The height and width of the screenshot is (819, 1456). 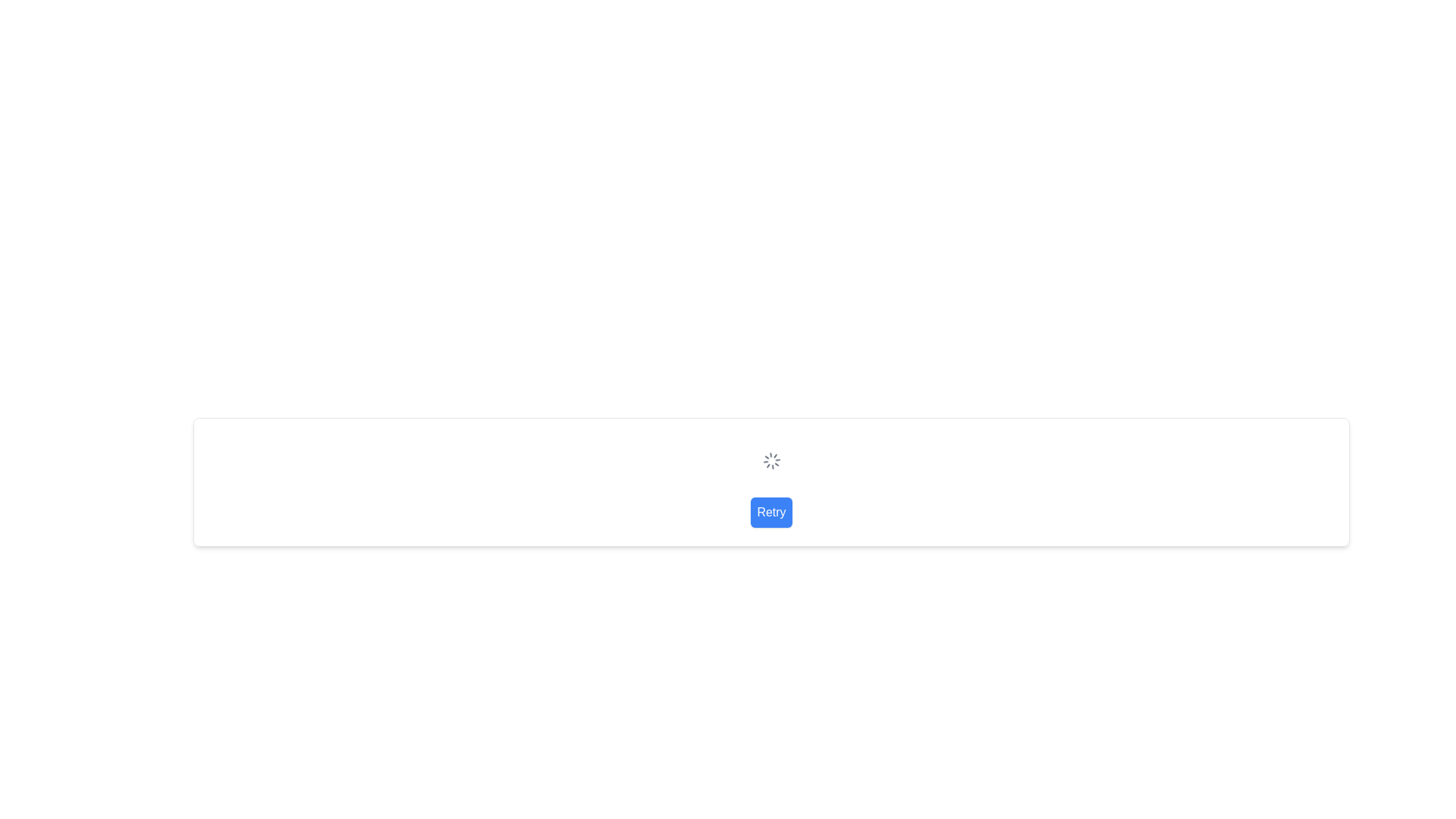 What do you see at coordinates (771, 460) in the screenshot?
I see `the spinning loader icon which is centrally aligned above the 'Retry' button` at bounding box center [771, 460].